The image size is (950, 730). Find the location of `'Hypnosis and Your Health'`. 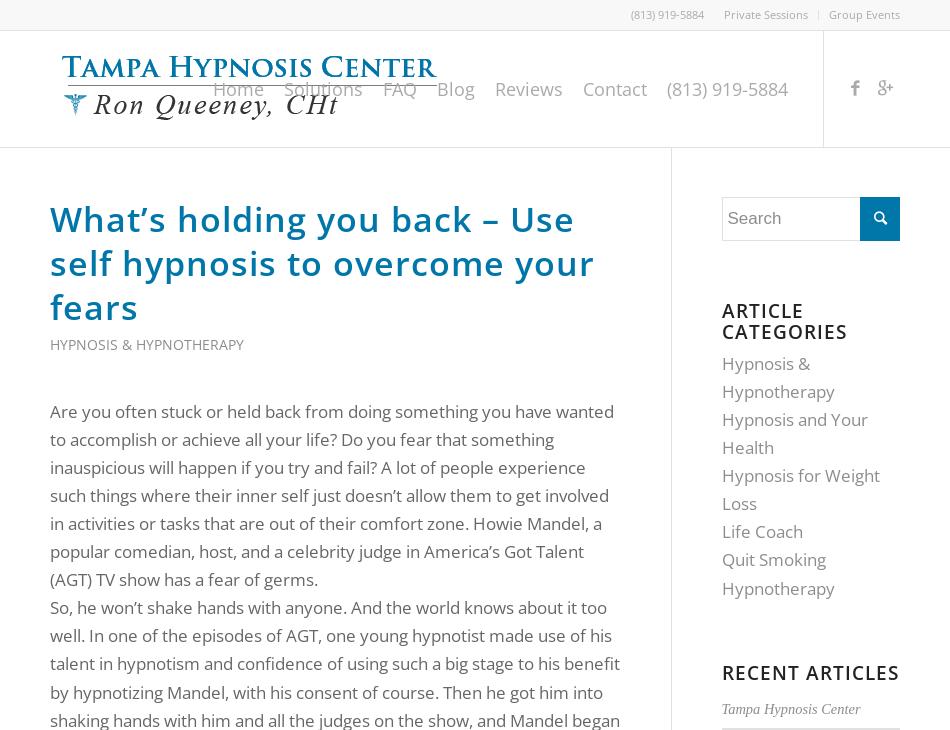

'Hypnosis and Your Health' is located at coordinates (793, 432).